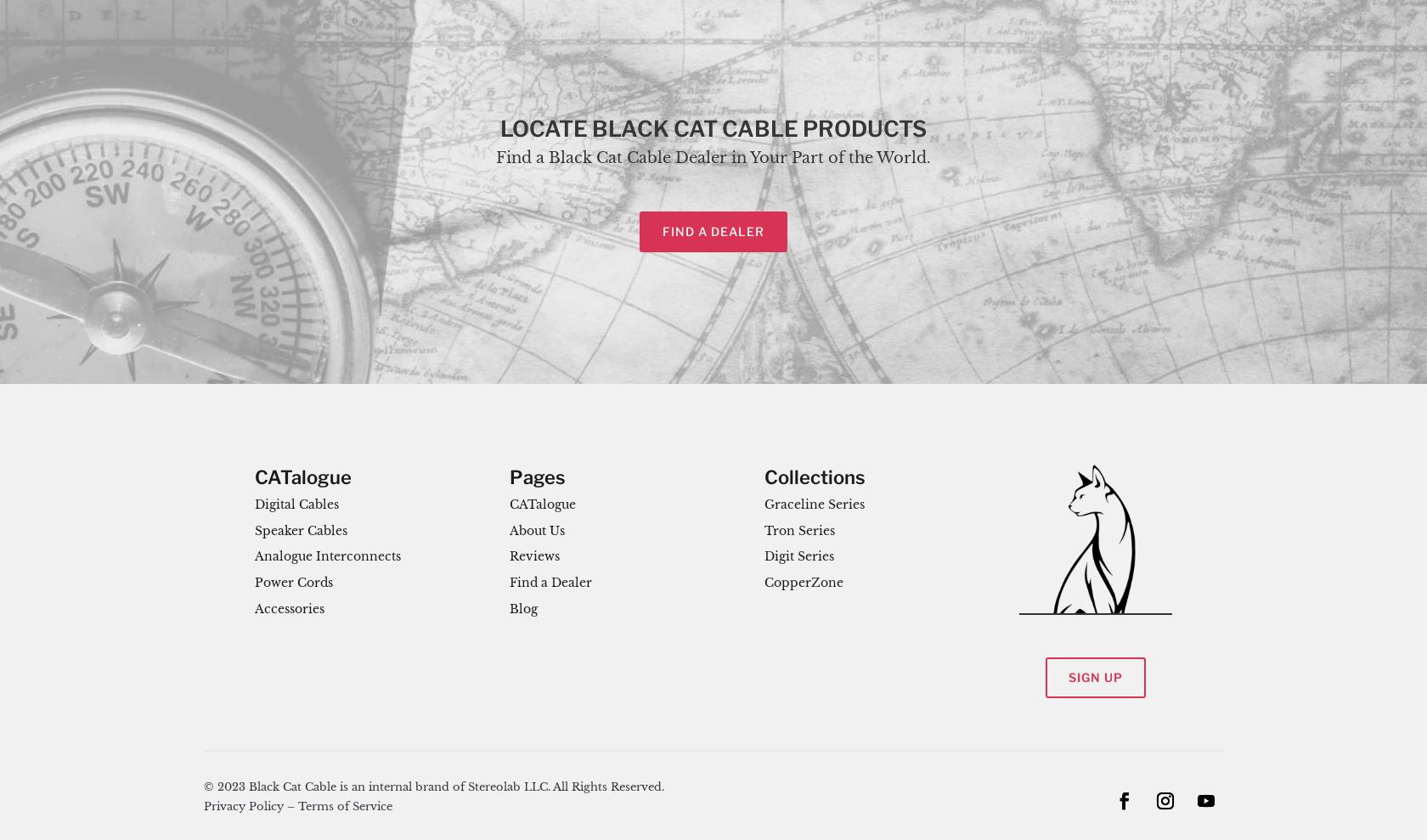 The image size is (1427, 840). Describe the element at coordinates (538, 475) in the screenshot. I see `'Pages'` at that location.